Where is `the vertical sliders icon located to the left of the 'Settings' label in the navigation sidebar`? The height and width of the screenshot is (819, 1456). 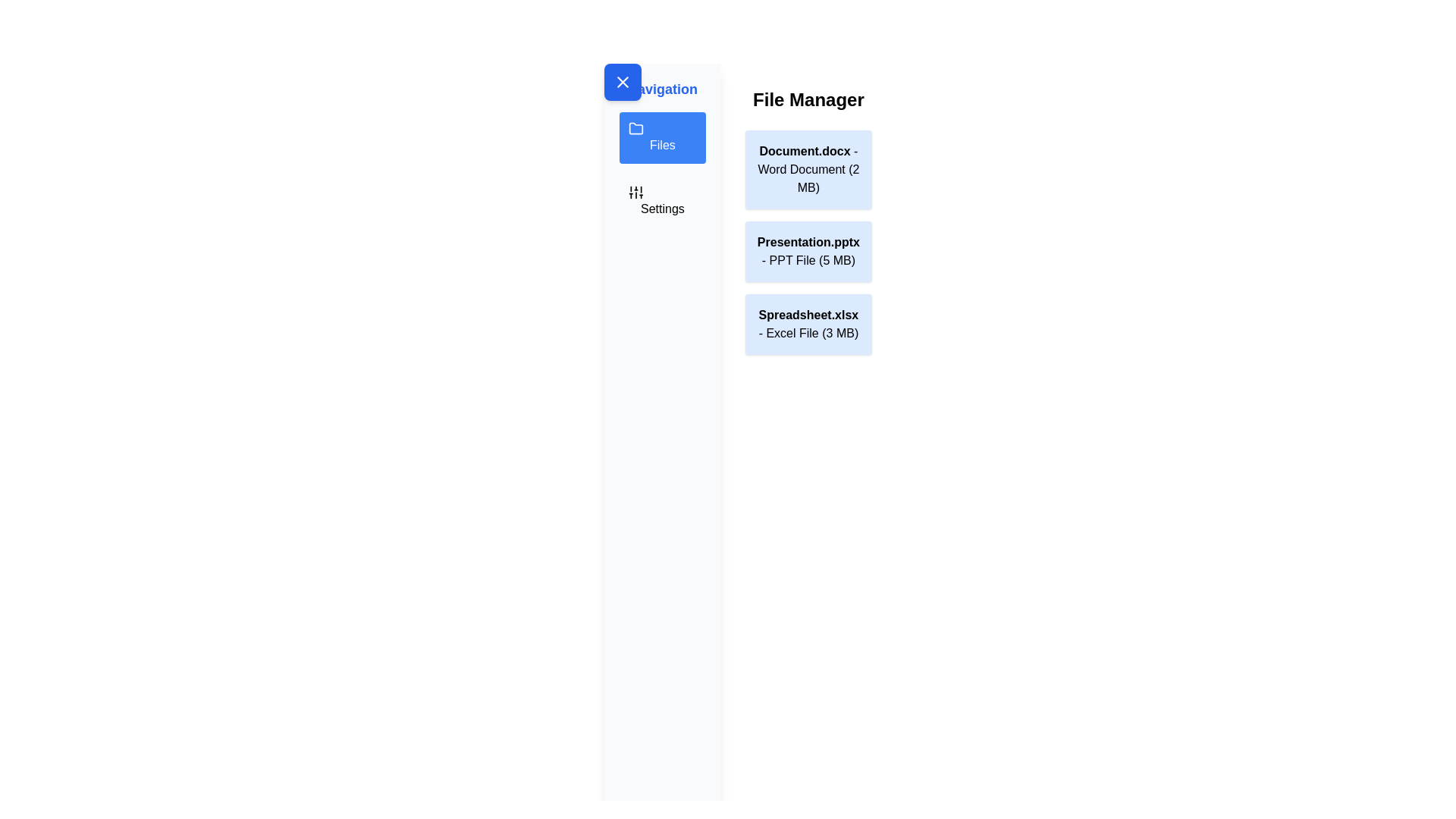
the vertical sliders icon located to the left of the 'Settings' label in the navigation sidebar is located at coordinates (636, 192).